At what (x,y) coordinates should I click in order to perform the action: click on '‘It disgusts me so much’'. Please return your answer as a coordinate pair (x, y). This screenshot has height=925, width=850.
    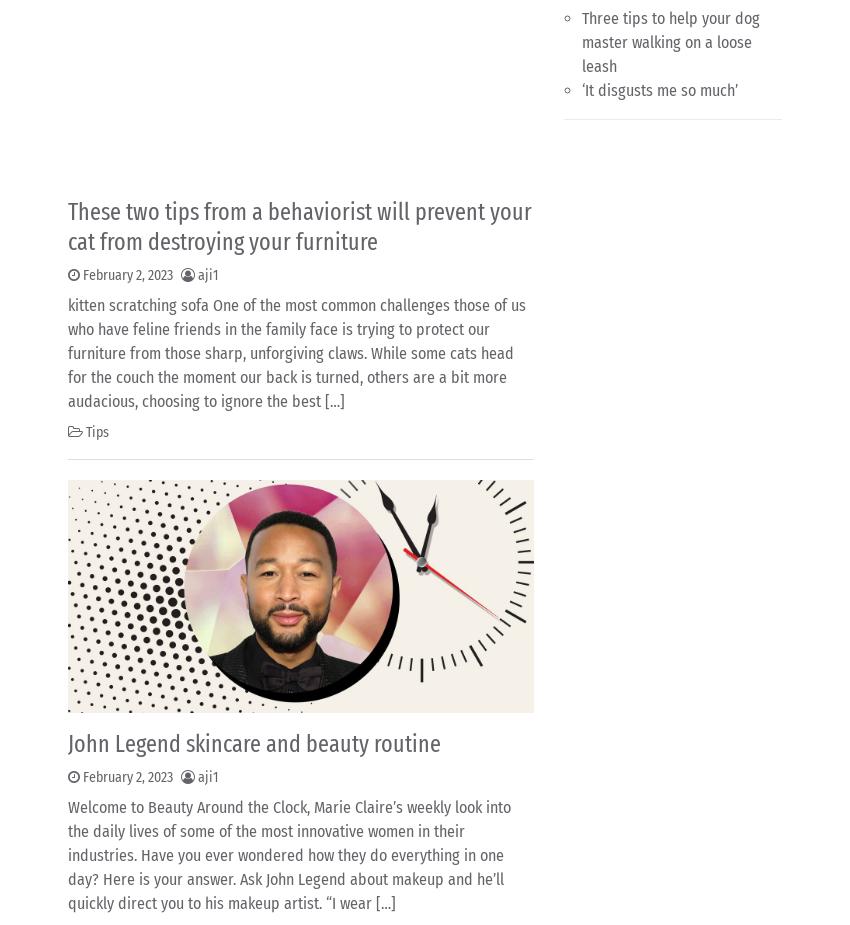
    Looking at the image, I should click on (68, 508).